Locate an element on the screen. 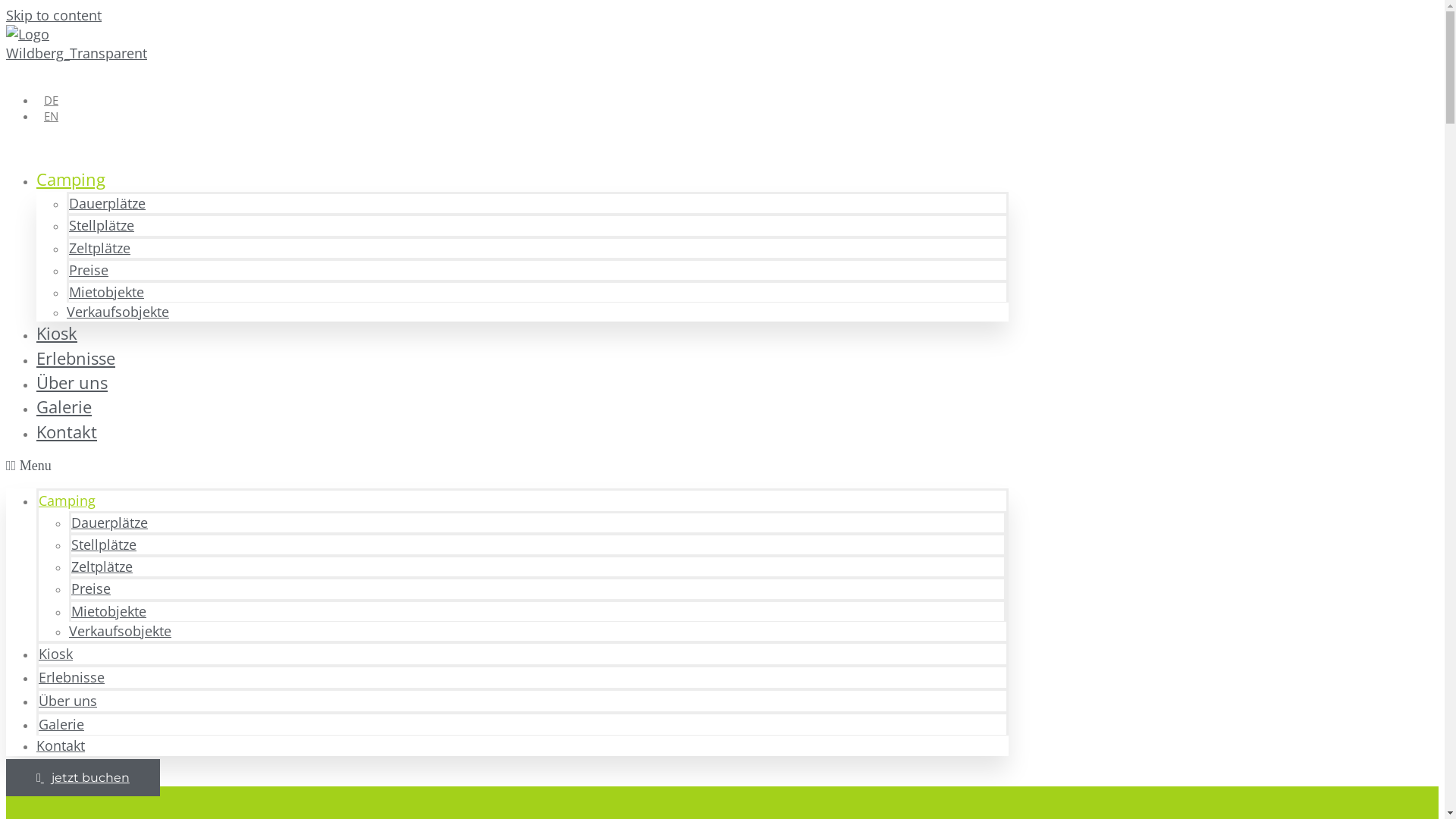 The width and height of the screenshot is (1456, 819). 'Erlebnisse' is located at coordinates (75, 358).